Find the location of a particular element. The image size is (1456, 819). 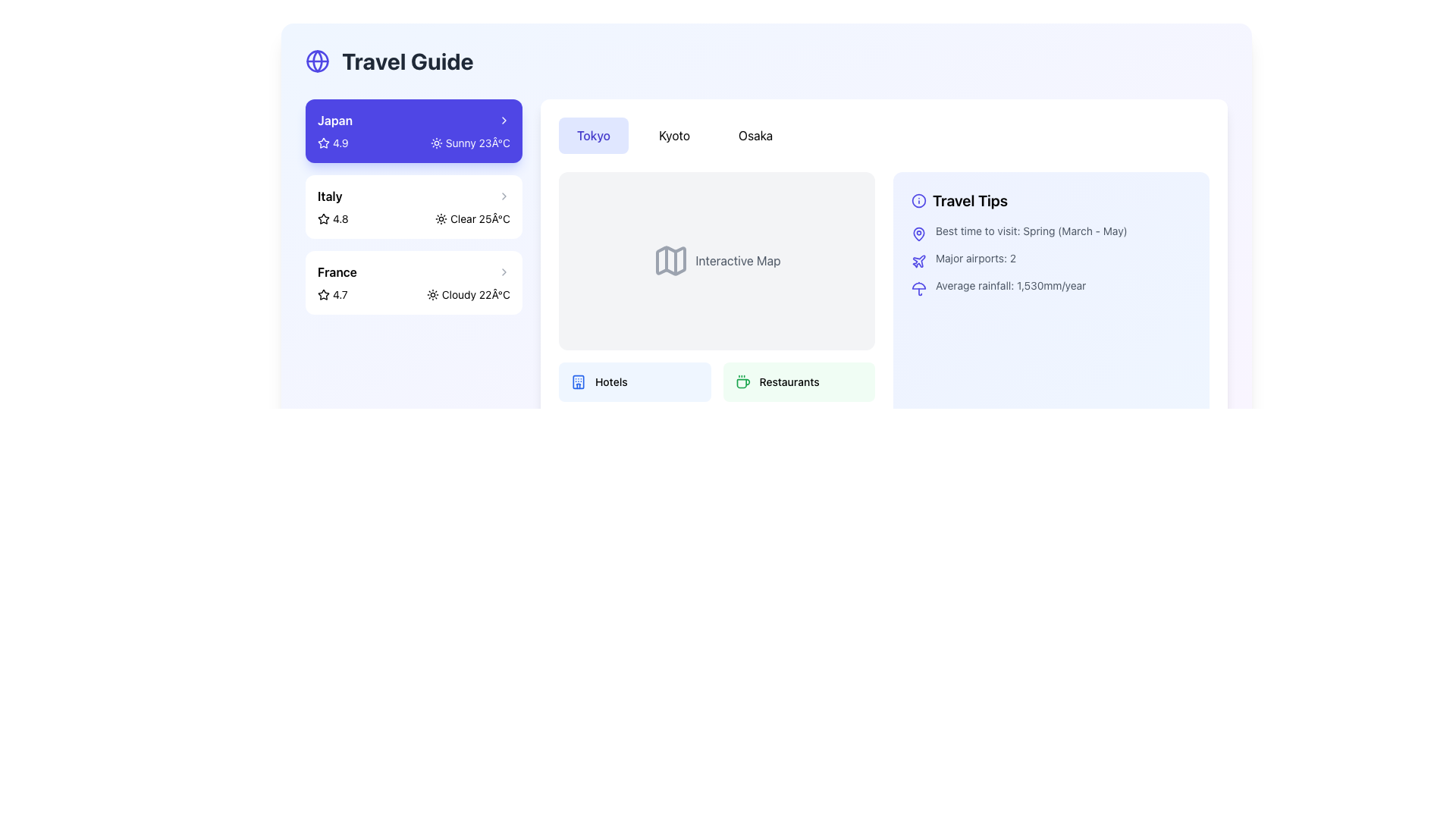

the static label displaying the rating '4.9' which is styled with white color on a bold blue background, located within the 'Japan' card, next to the star icon is located at coordinates (340, 143).